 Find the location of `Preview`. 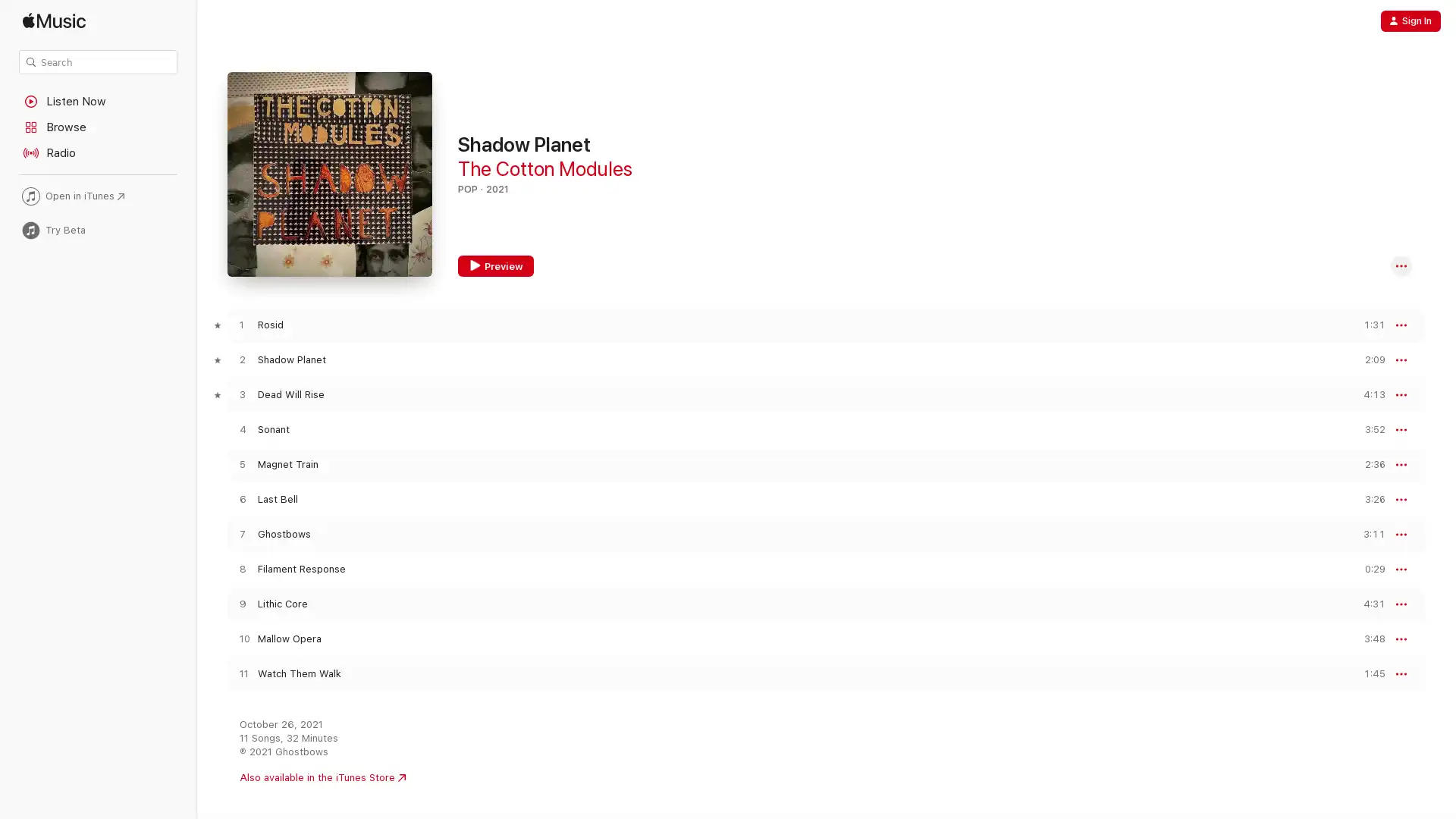

Preview is located at coordinates (1368, 463).